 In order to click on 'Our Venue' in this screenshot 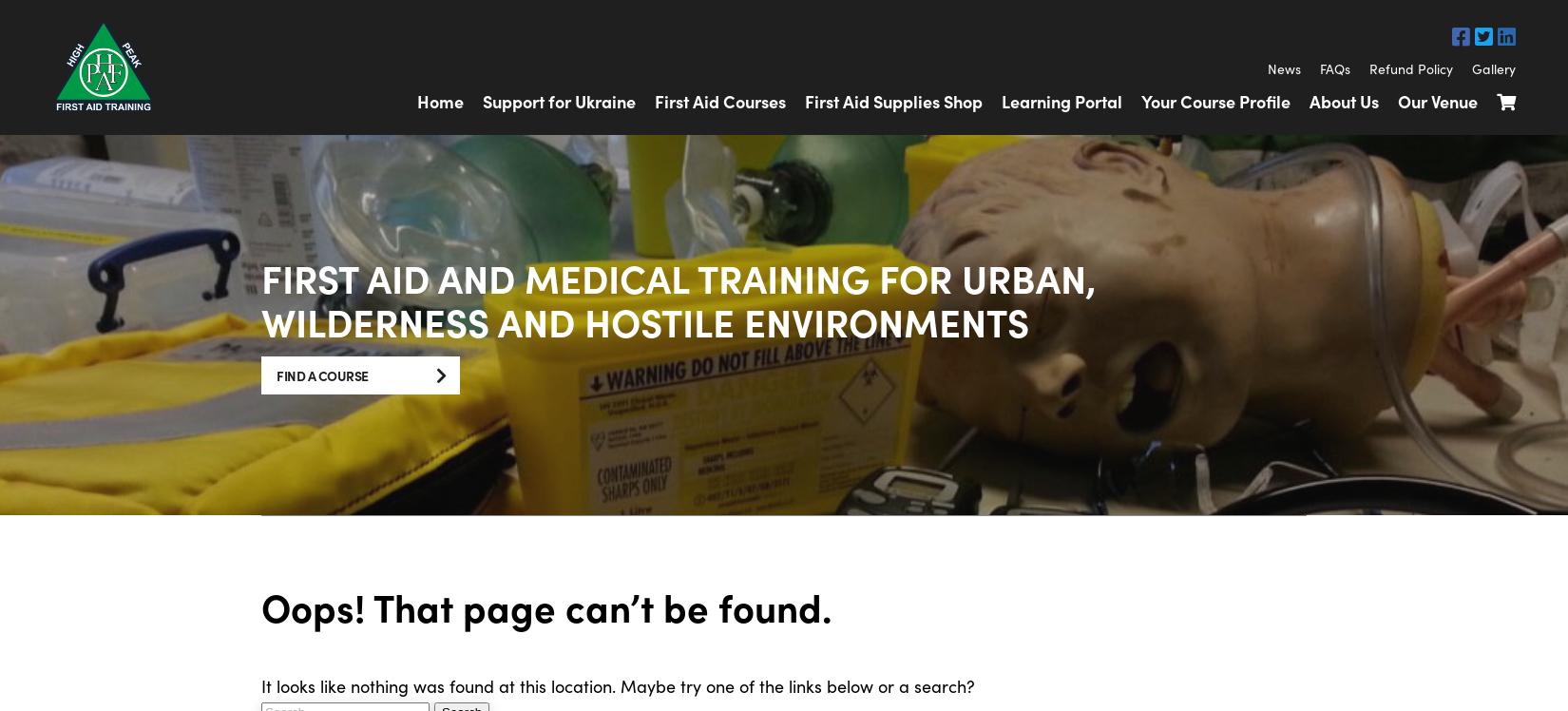, I will do `click(1396, 100)`.